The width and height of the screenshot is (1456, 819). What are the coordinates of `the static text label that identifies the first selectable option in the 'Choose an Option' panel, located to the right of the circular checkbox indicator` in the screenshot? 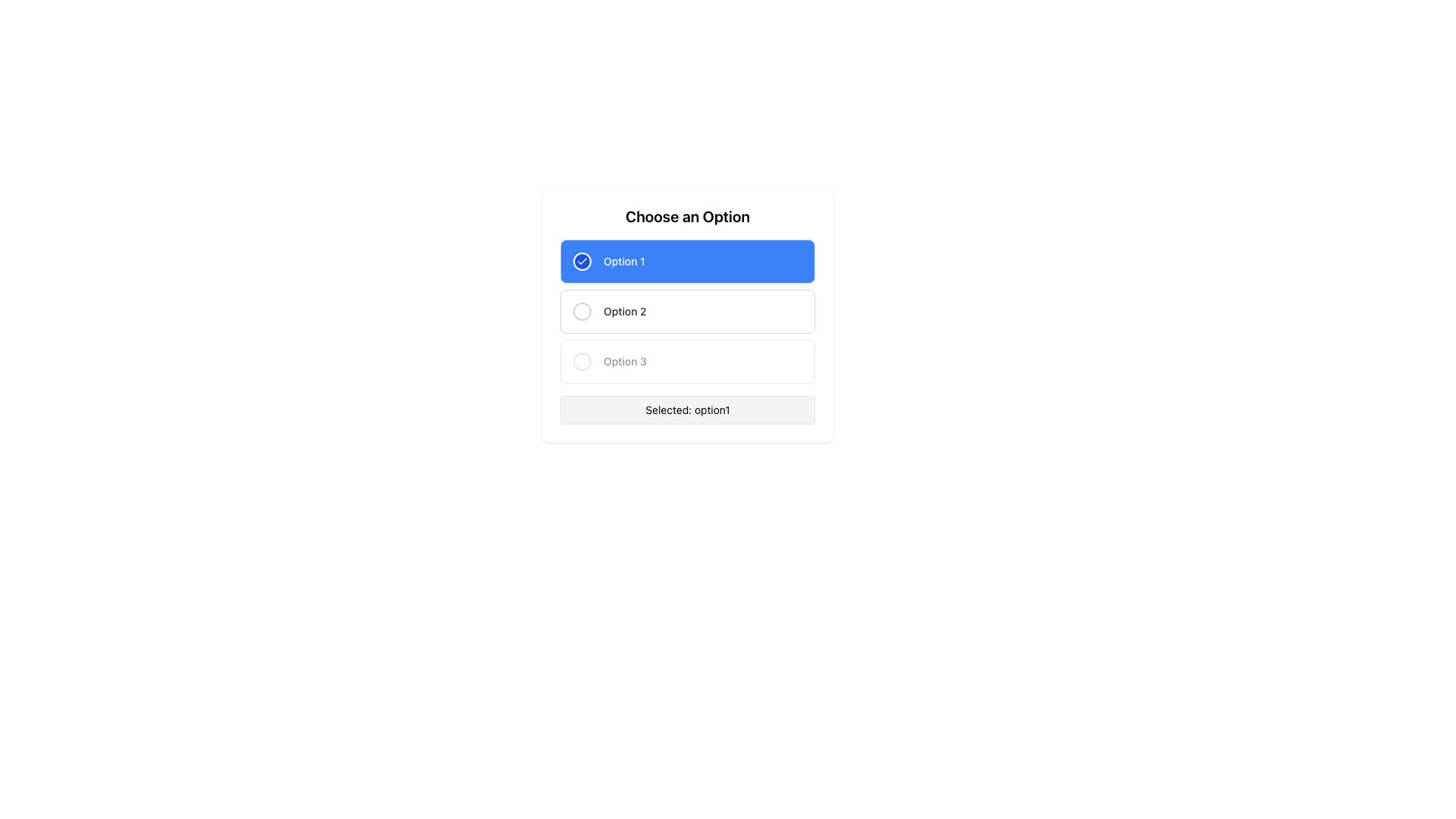 It's located at (624, 260).